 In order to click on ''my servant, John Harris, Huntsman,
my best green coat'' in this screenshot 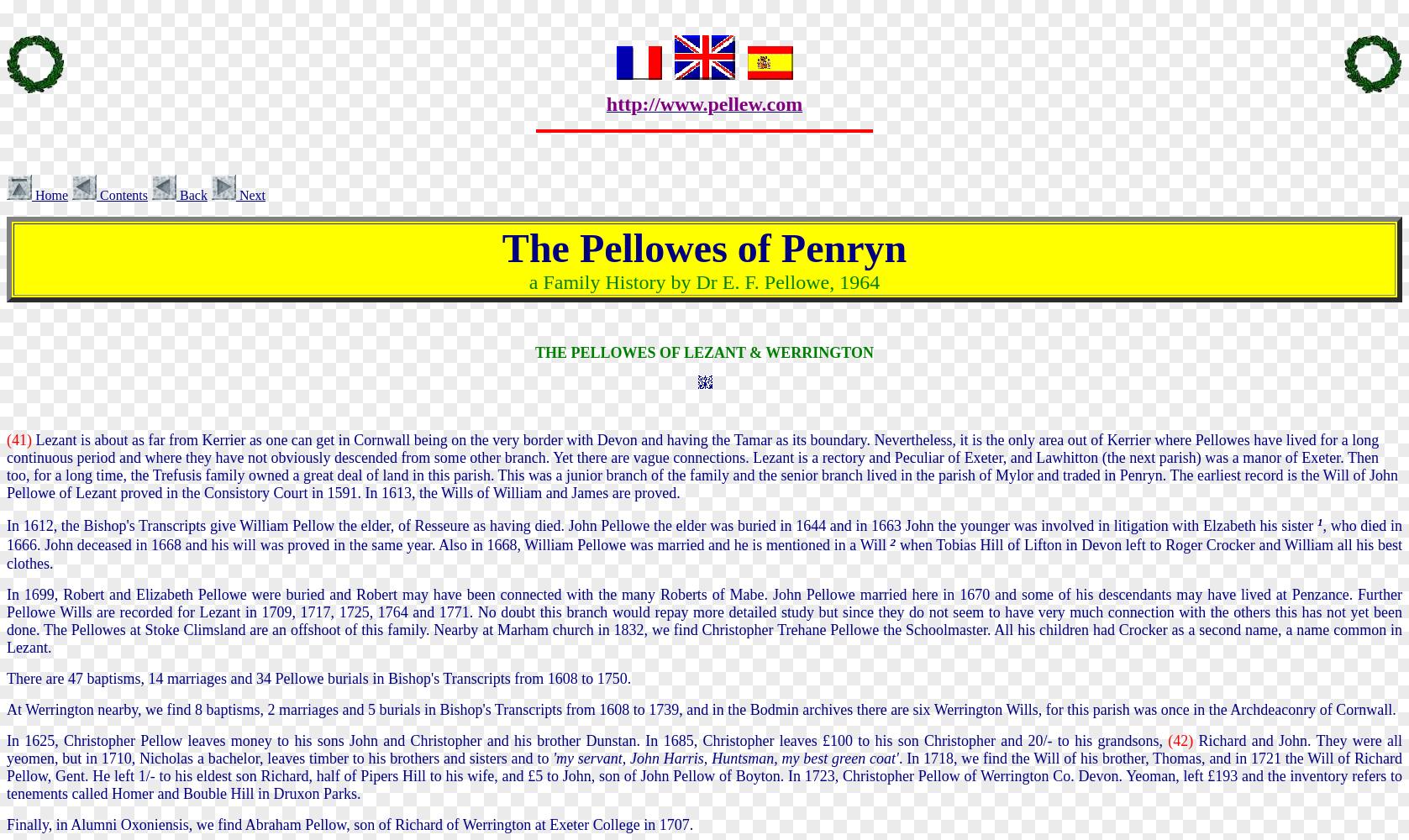, I will do `click(724, 758)`.